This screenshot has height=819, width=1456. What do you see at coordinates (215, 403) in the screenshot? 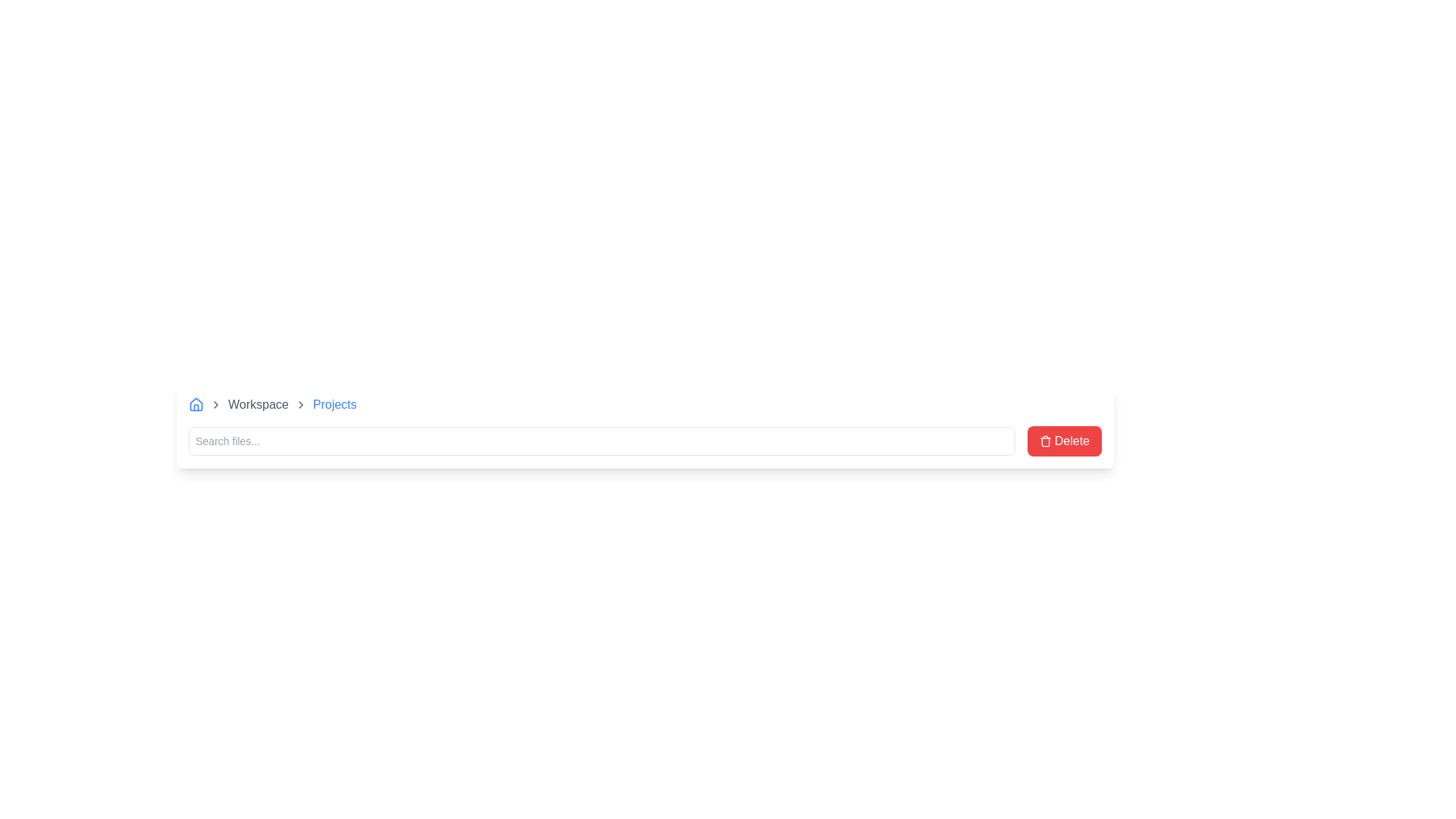
I see `the small right-pointing chevron icon in the breadcrumb navigation, which is located between the home icon and the text 'Workspace'` at bounding box center [215, 403].